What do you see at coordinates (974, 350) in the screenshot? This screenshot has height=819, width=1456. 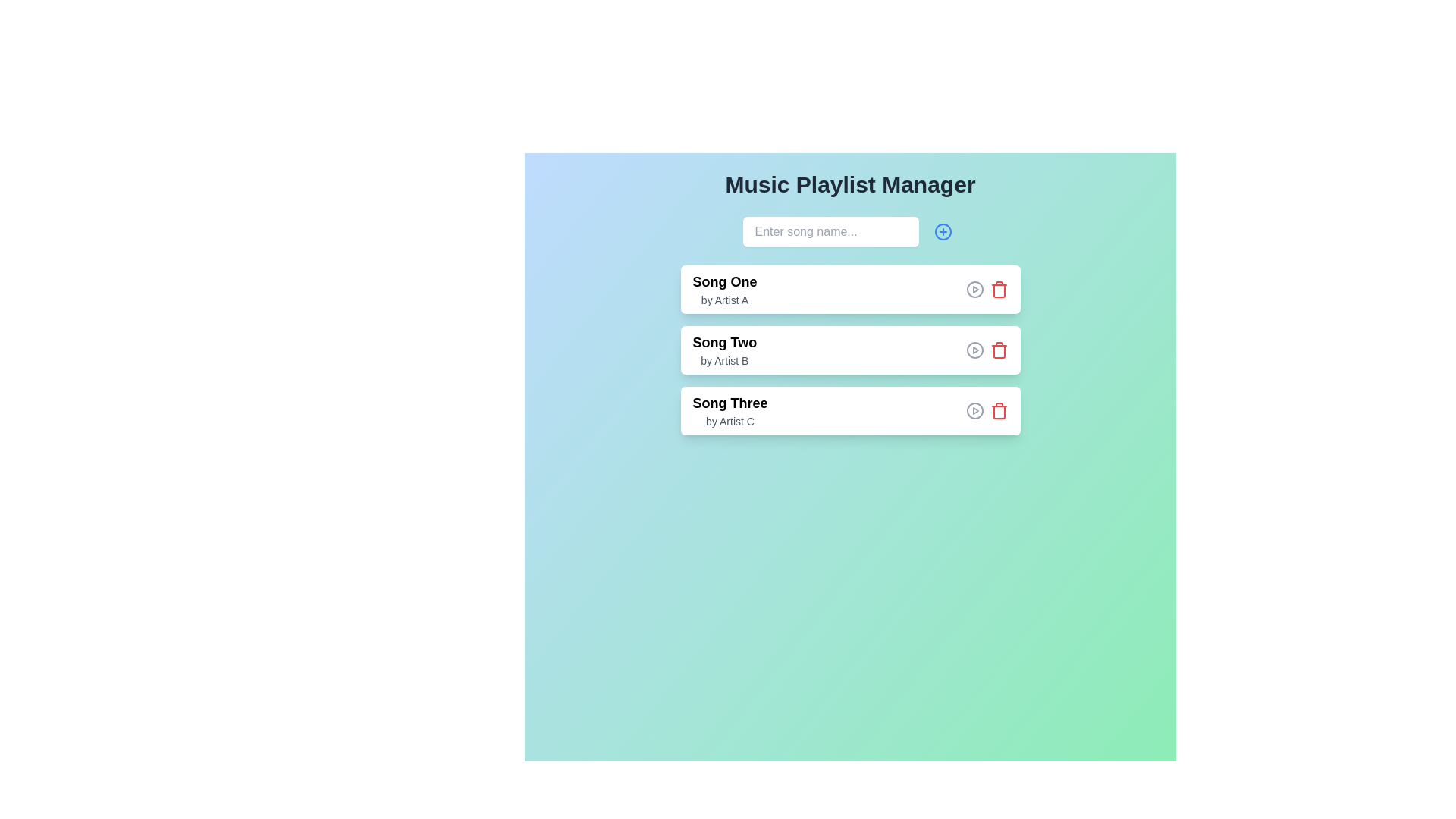 I see `the play button to initiate playback for the song in the 'Song Two' entry of the playlist, located to the left of the trash icon in the second row` at bounding box center [974, 350].